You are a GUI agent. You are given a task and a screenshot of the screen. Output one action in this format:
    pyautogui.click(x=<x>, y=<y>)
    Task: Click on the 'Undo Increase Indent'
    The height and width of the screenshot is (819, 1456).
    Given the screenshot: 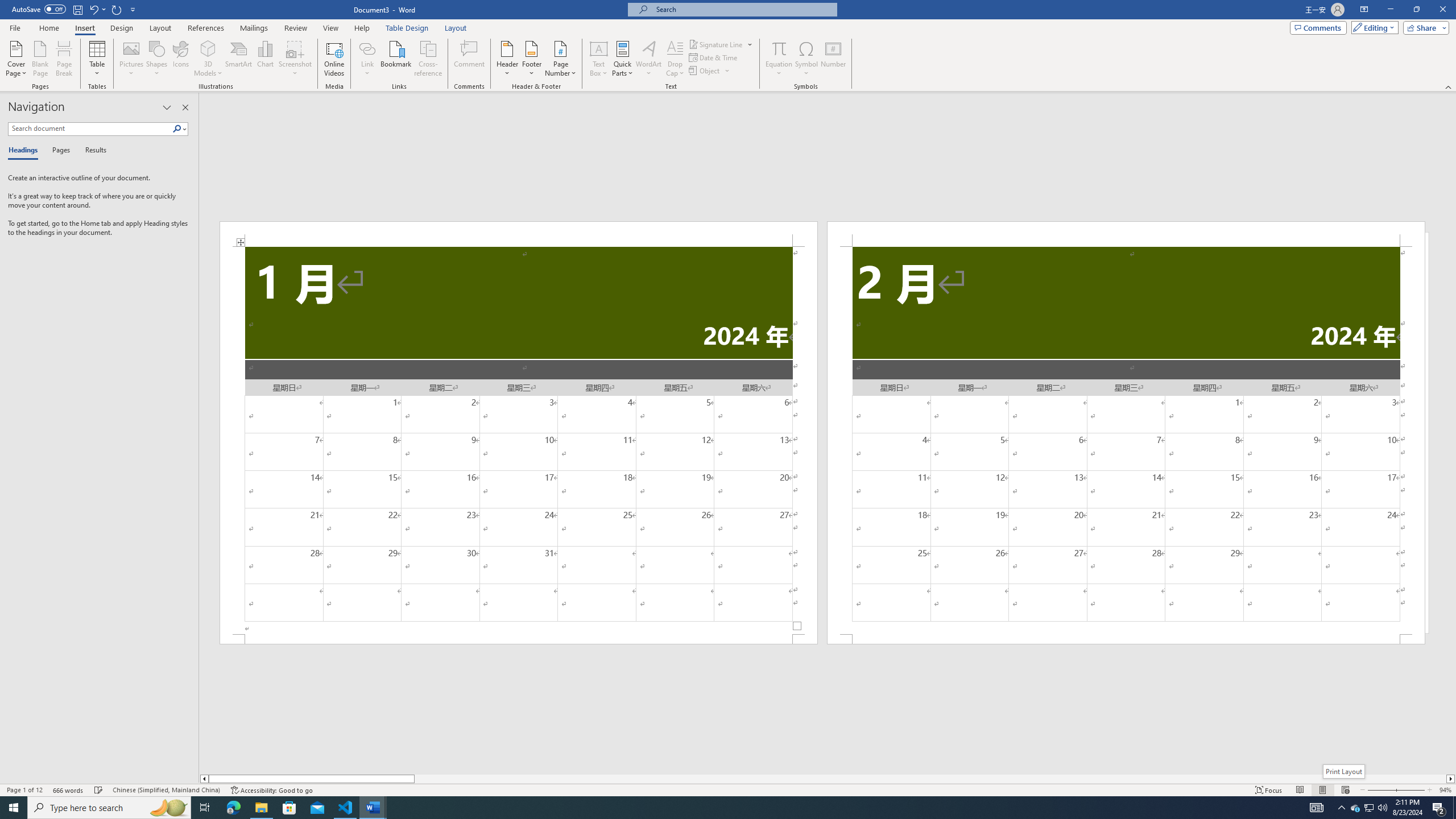 What is the action you would take?
    pyautogui.click(x=93, y=9)
    